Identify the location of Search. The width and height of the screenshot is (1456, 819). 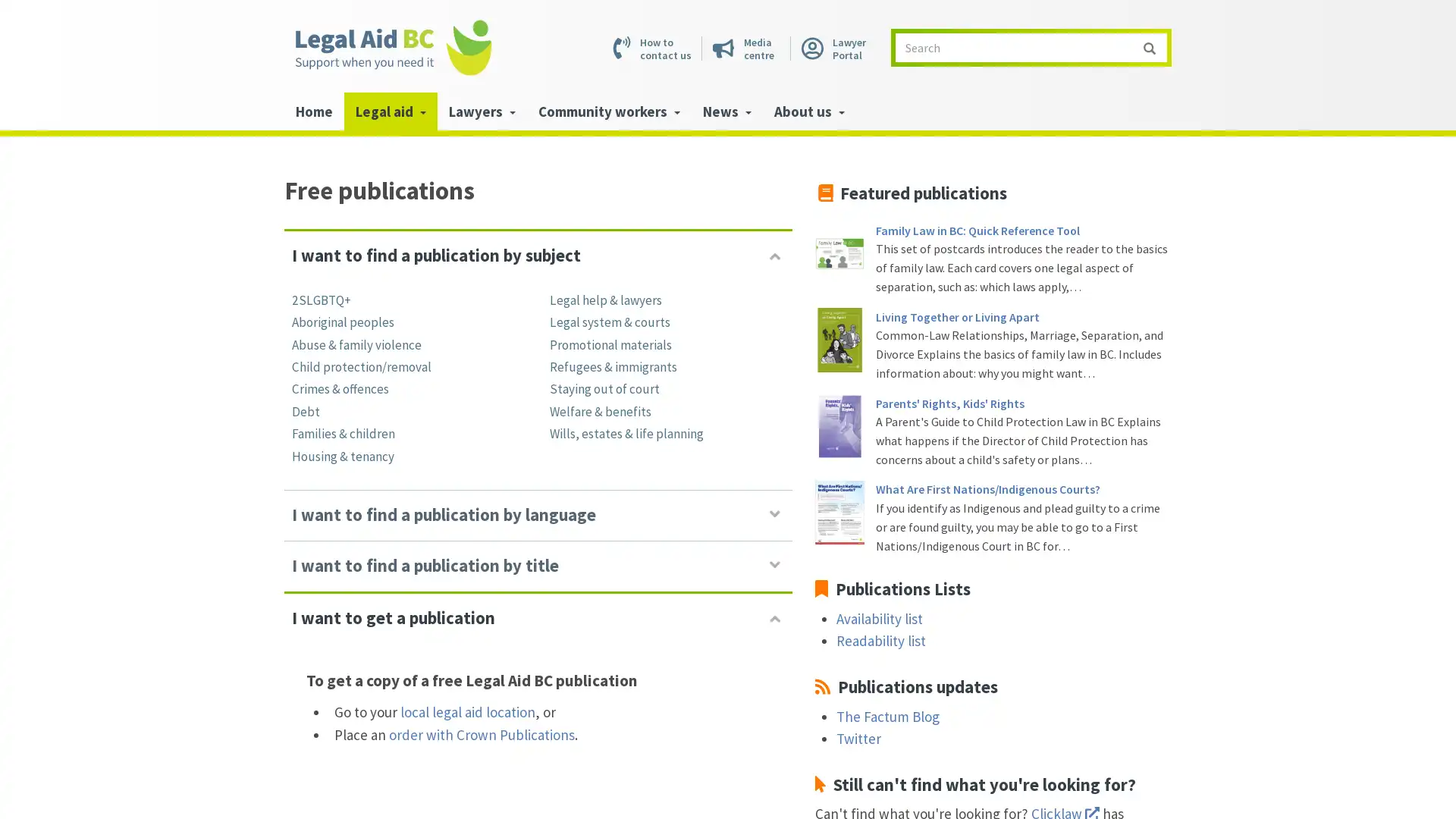
(1149, 46).